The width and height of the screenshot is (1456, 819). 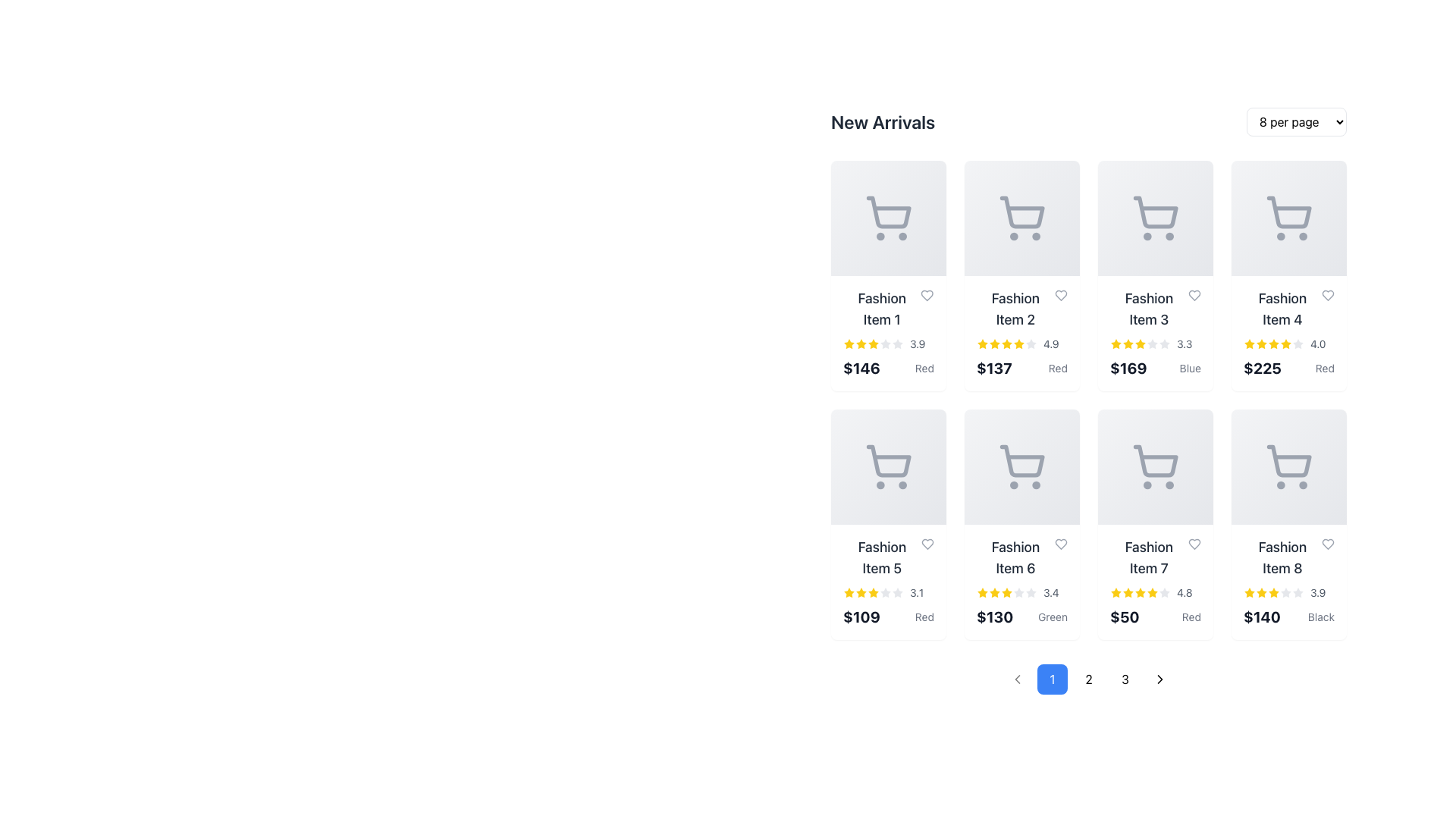 I want to click on the heart-shaped icon with a gray outline located at the top-right corner of the 'Fashion Item 5' card in the grid layout, so click(x=927, y=543).